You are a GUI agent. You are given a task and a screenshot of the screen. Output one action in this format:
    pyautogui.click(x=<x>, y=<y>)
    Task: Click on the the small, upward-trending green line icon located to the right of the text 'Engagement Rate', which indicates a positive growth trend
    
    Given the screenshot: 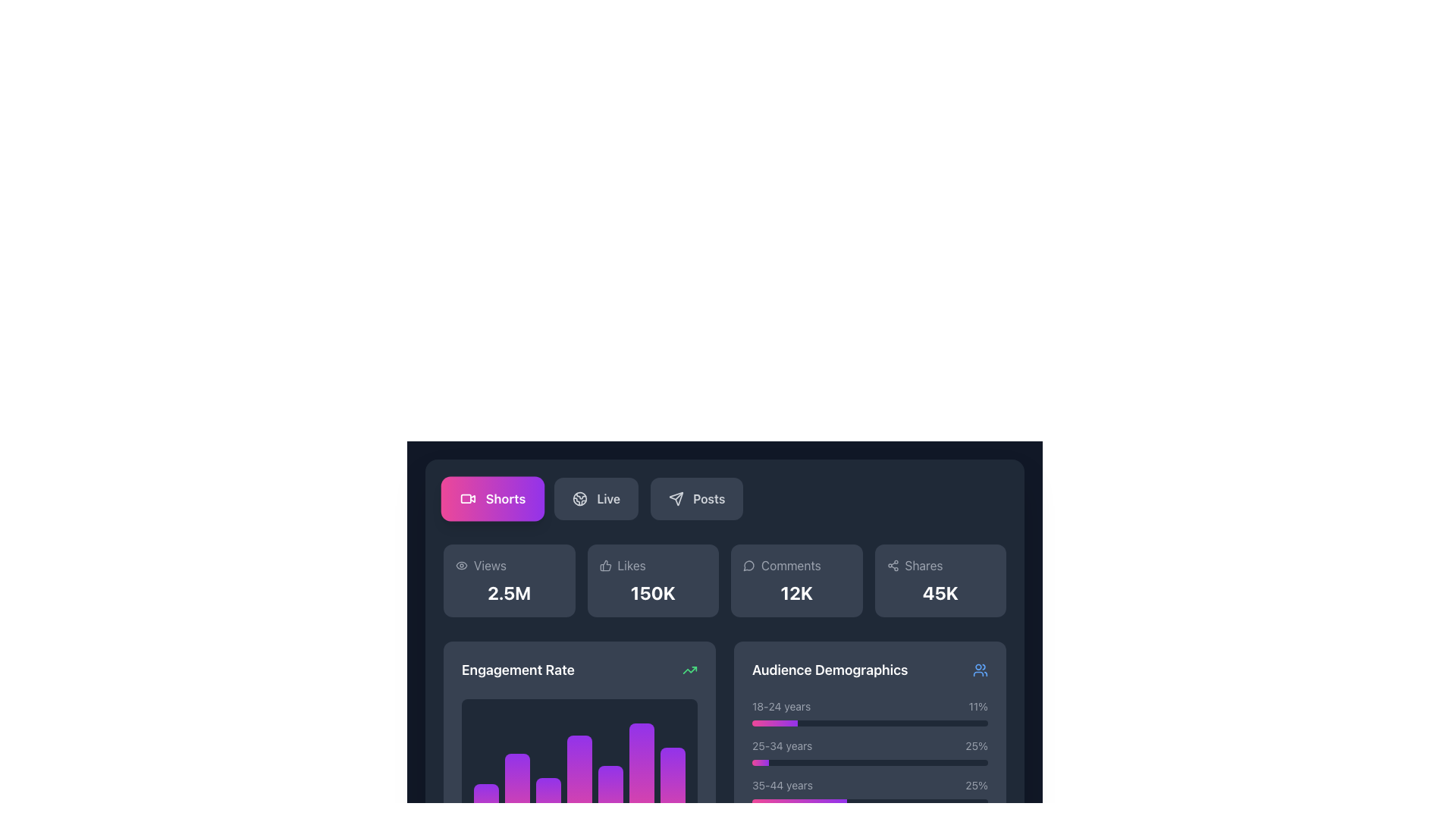 What is the action you would take?
    pyautogui.click(x=689, y=669)
    